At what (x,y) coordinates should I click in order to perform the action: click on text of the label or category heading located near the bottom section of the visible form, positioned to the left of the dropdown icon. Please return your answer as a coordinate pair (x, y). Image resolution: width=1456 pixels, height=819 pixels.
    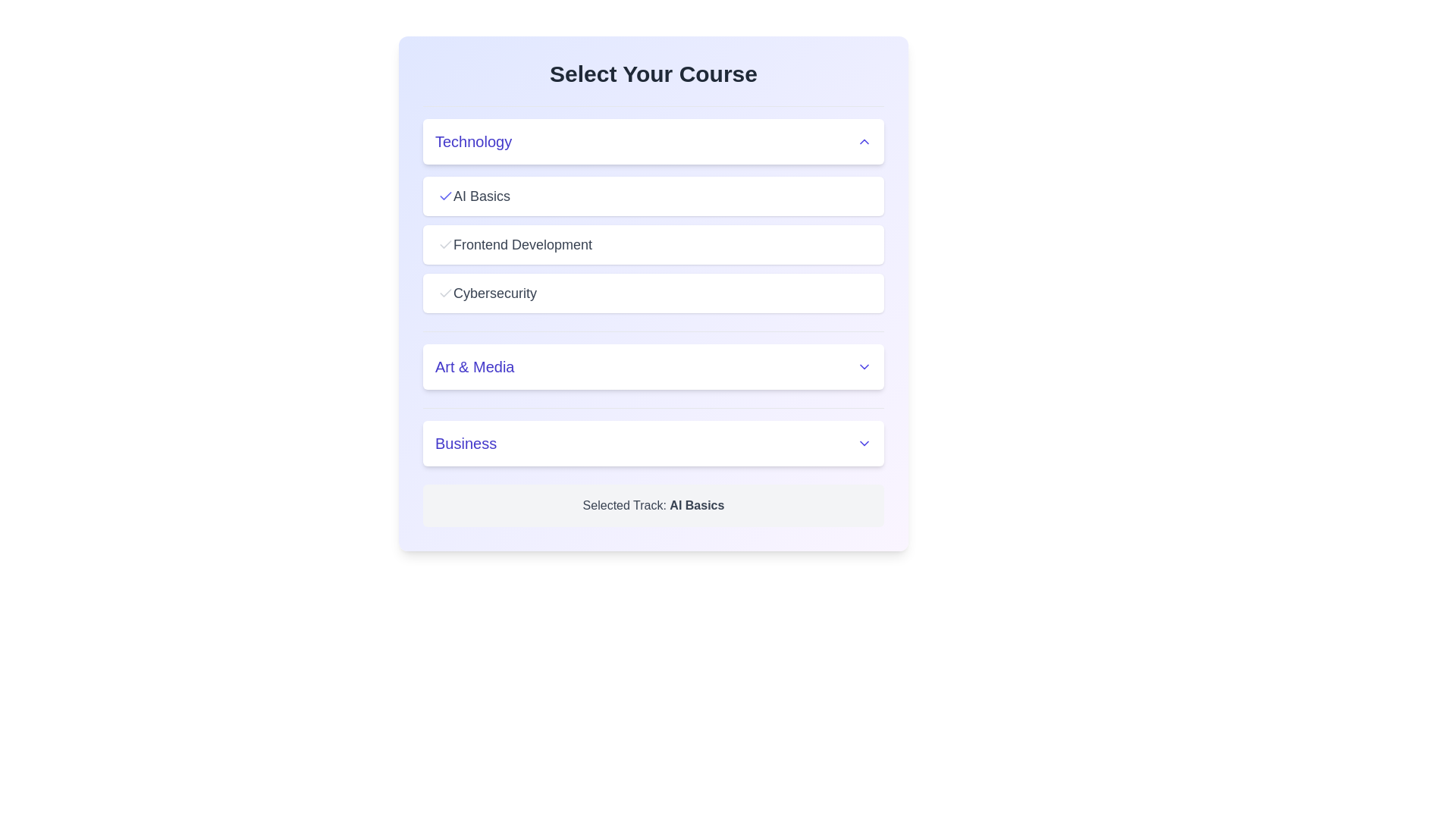
    Looking at the image, I should click on (465, 444).